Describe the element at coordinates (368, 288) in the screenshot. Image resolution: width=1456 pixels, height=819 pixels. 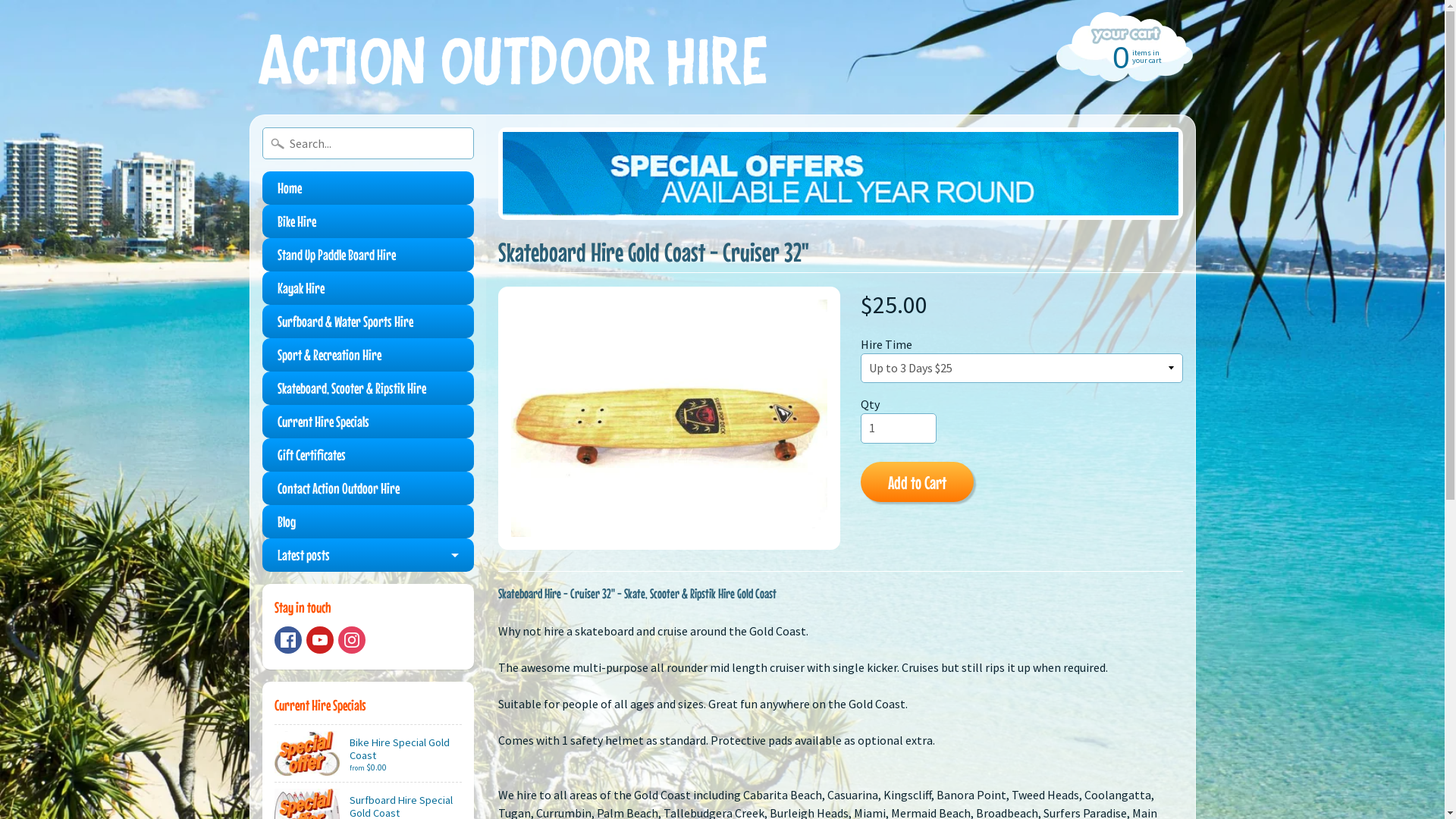
I see `'Kayak Hire'` at that location.